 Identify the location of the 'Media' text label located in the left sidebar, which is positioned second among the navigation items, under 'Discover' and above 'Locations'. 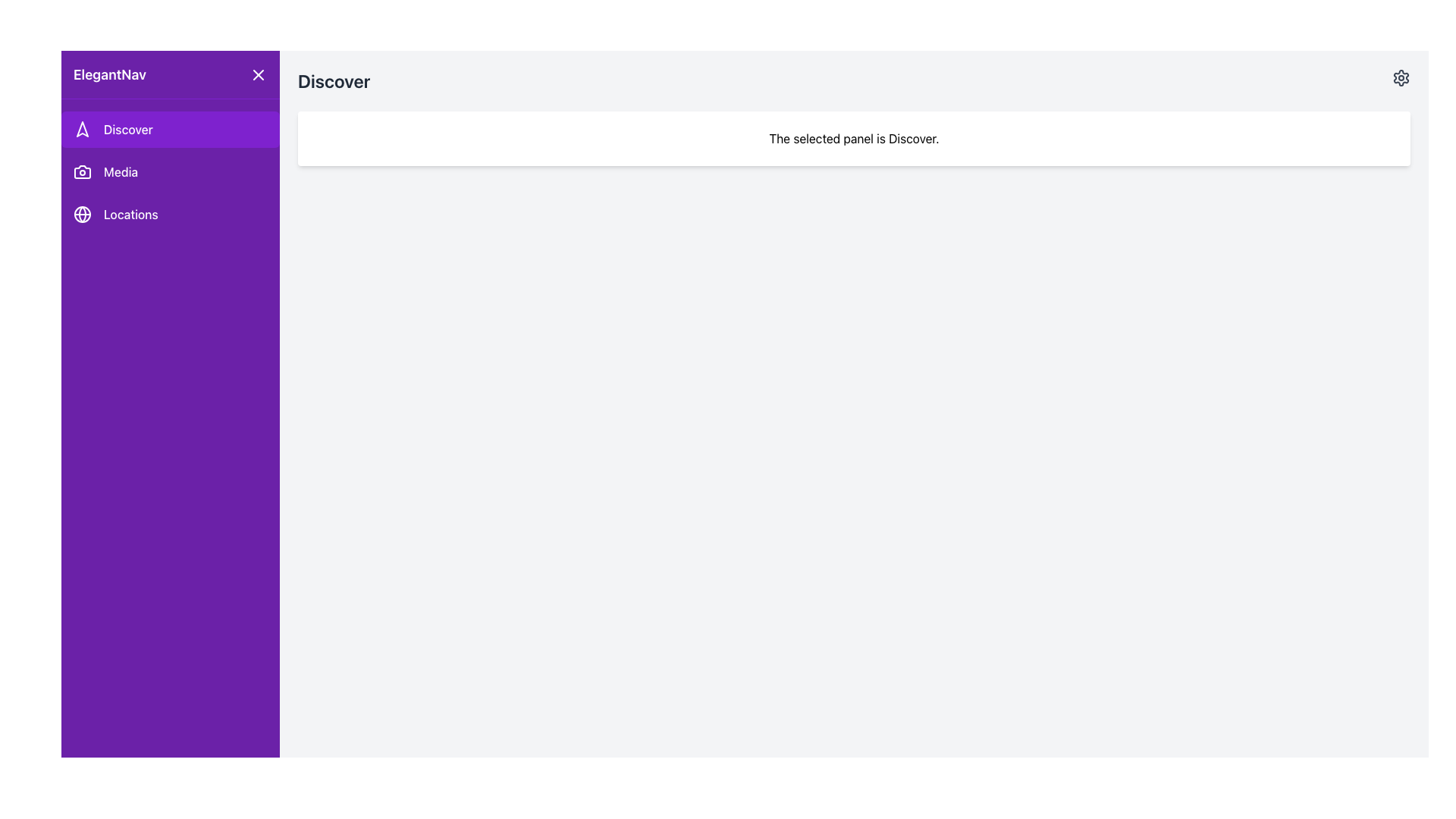
(120, 171).